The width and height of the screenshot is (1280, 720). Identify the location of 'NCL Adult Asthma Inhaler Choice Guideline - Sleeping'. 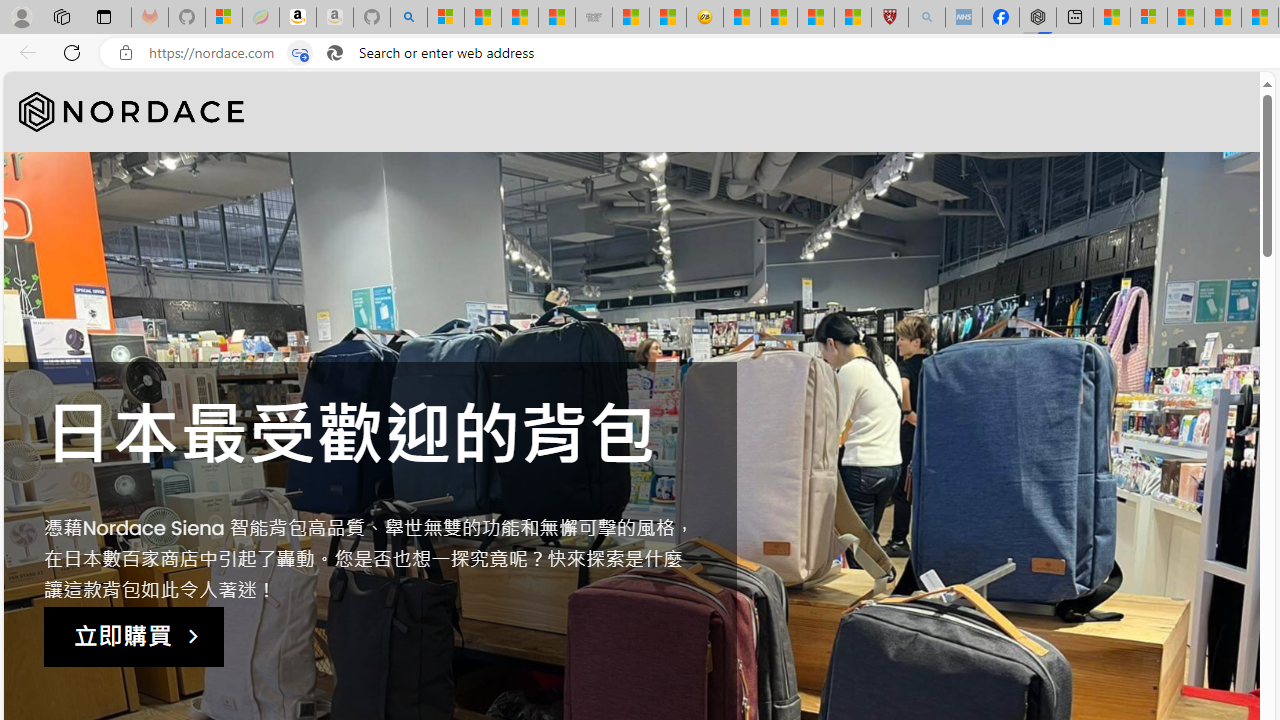
(963, 17).